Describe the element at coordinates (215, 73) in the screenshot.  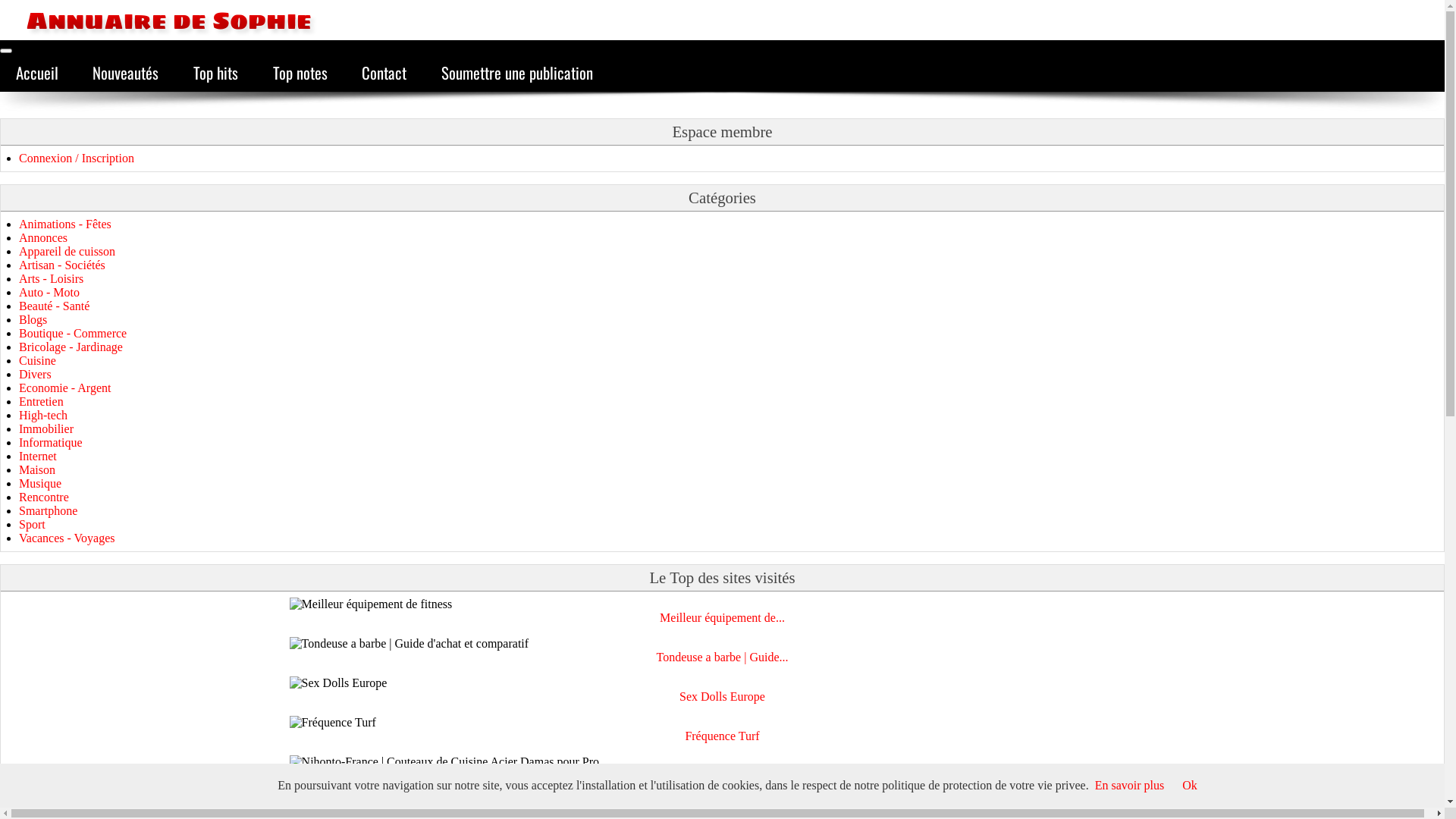
I see `'Top hits'` at that location.